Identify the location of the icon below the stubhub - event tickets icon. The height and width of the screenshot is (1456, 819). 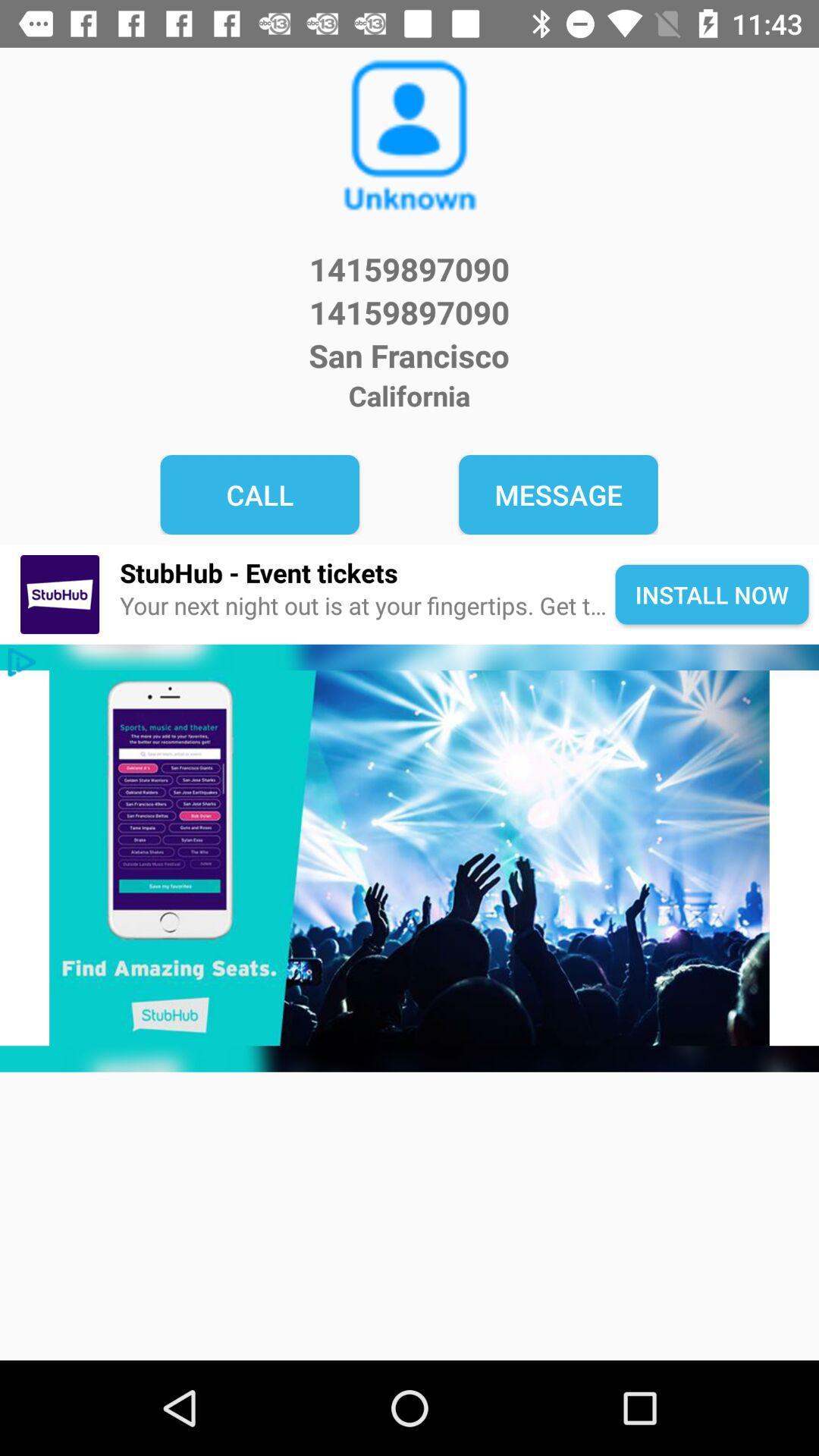
(367, 605).